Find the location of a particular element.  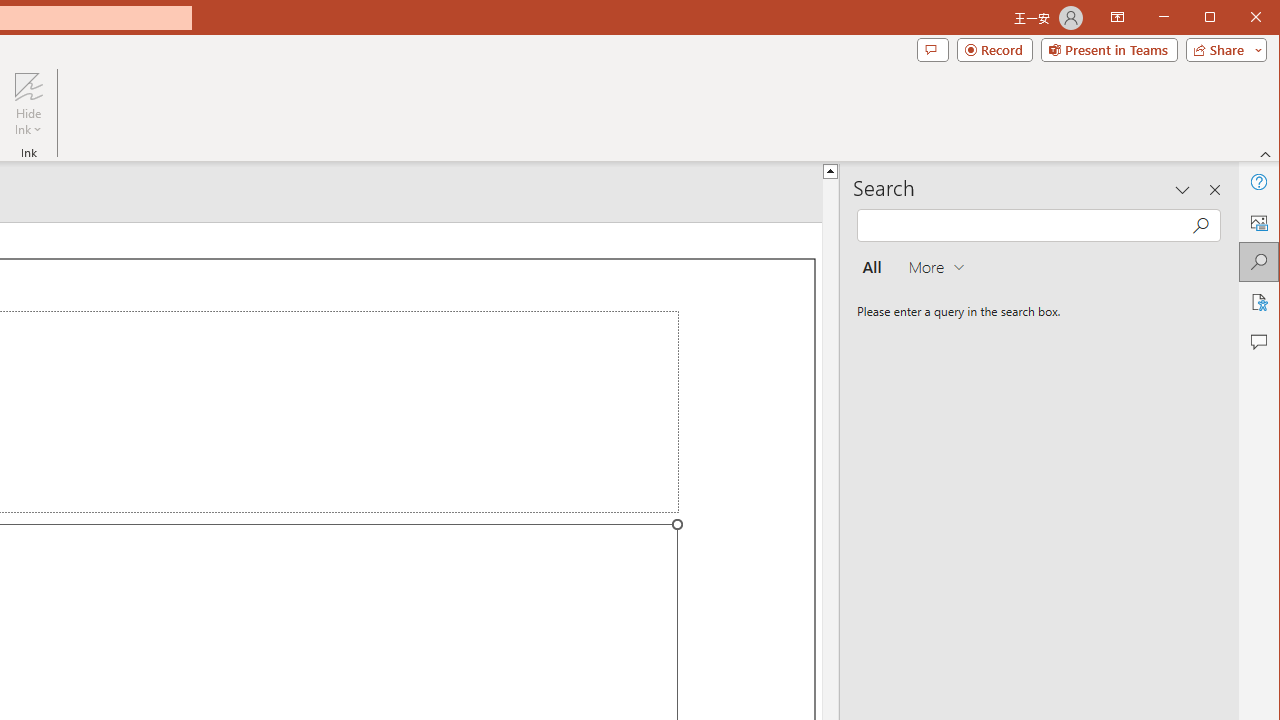

'Task Pane Options' is located at coordinates (1183, 190).